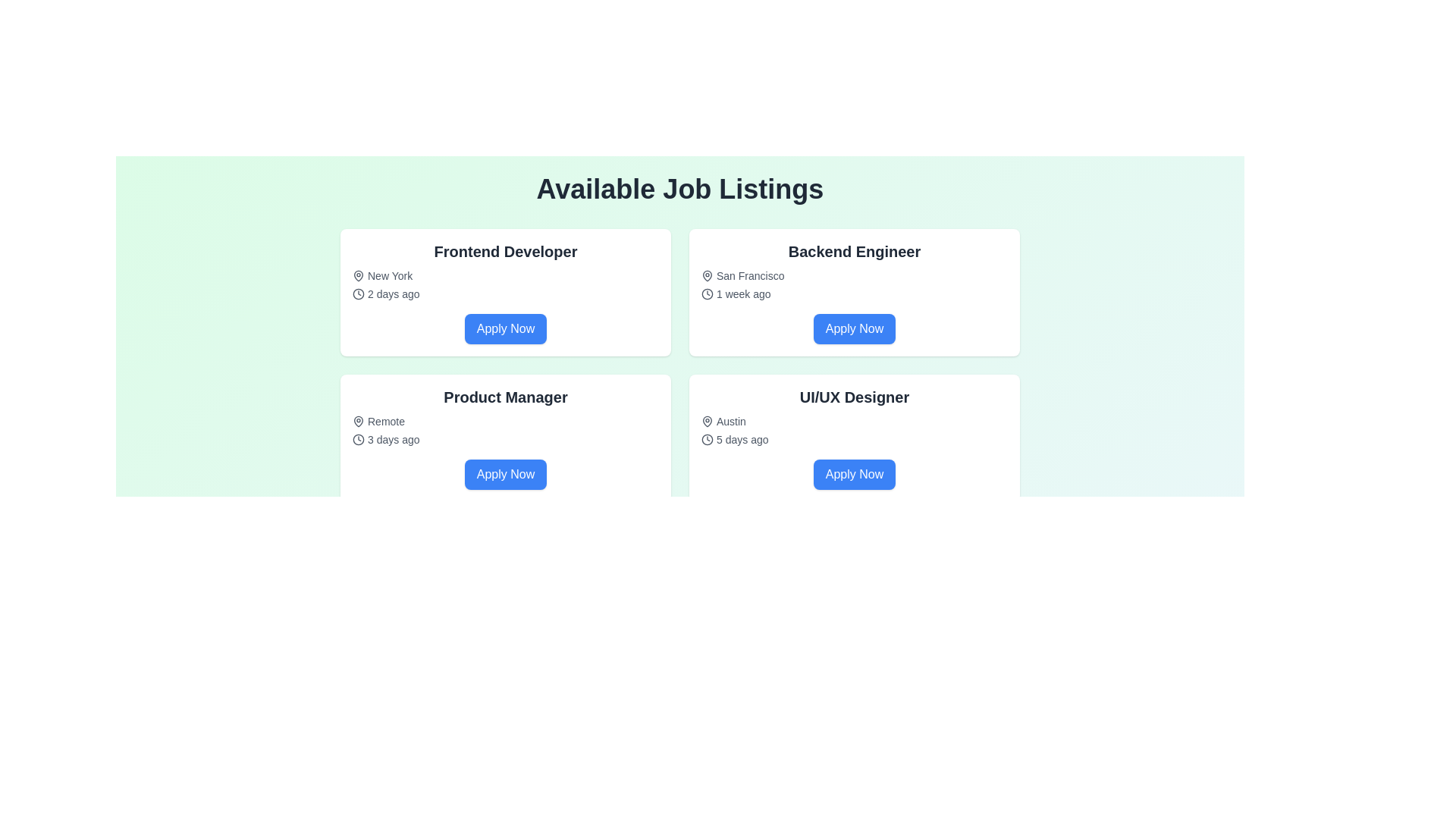 This screenshot has width=1456, height=819. Describe the element at coordinates (506, 328) in the screenshot. I see `the 'Apply Now' button within the 'Frontend Developer' job posting card to trigger the background color change` at that location.